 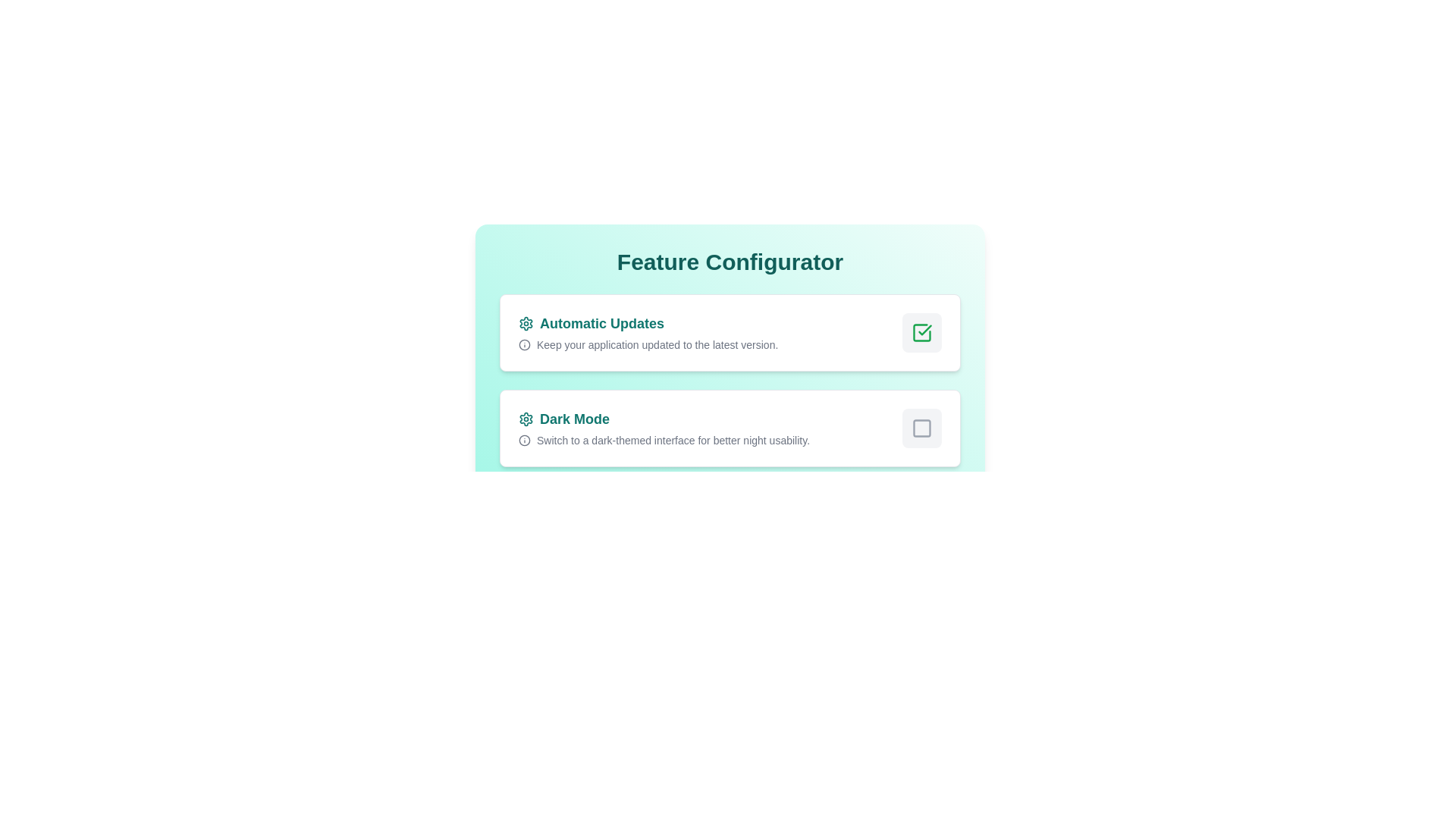 I want to click on the icon representing the 'Dark Mode' feature in the 'Feature Configurator' interface, located to the left of the label text, so click(x=526, y=419).